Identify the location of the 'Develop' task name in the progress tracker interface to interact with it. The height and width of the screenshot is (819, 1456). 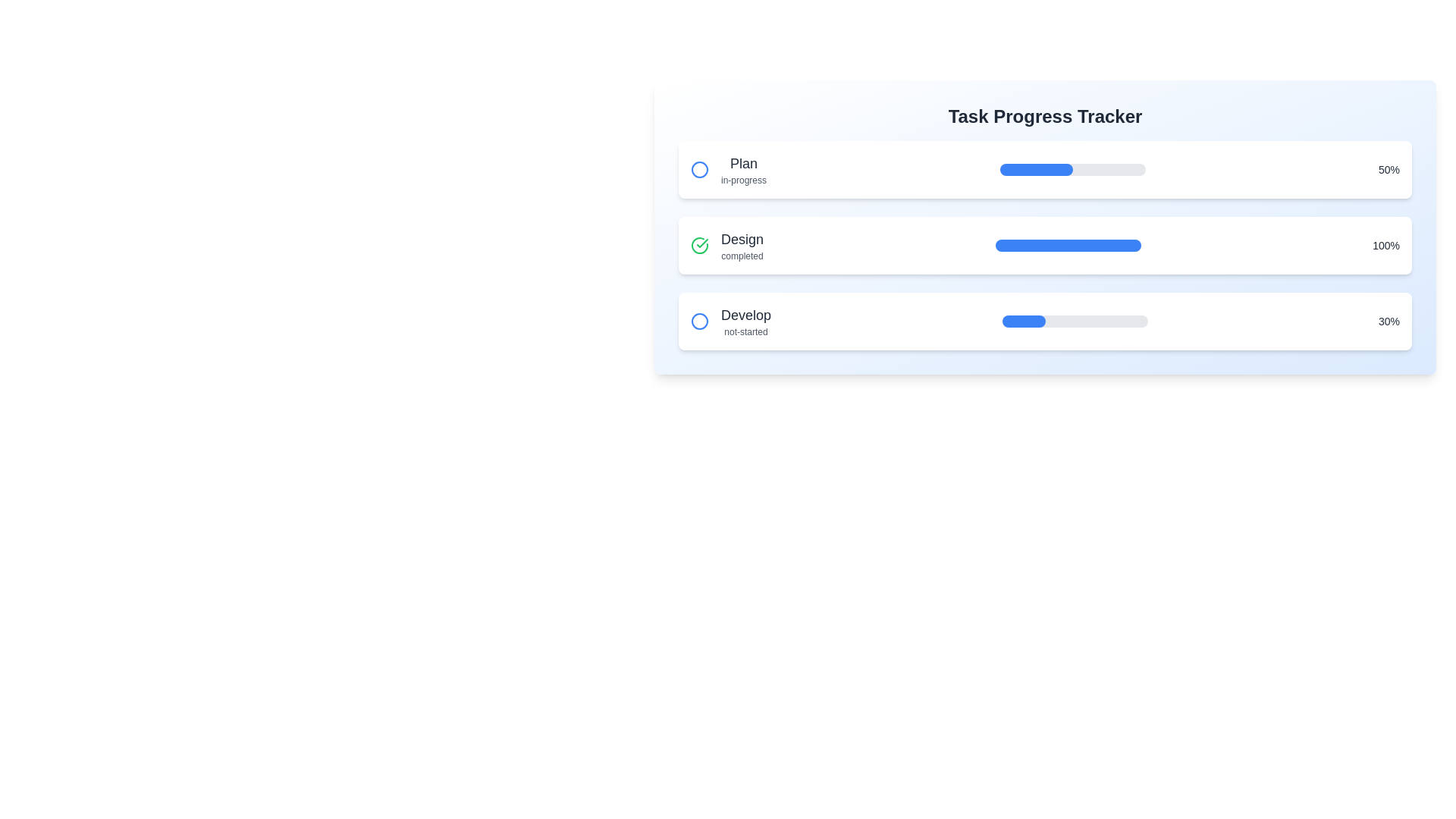
(731, 321).